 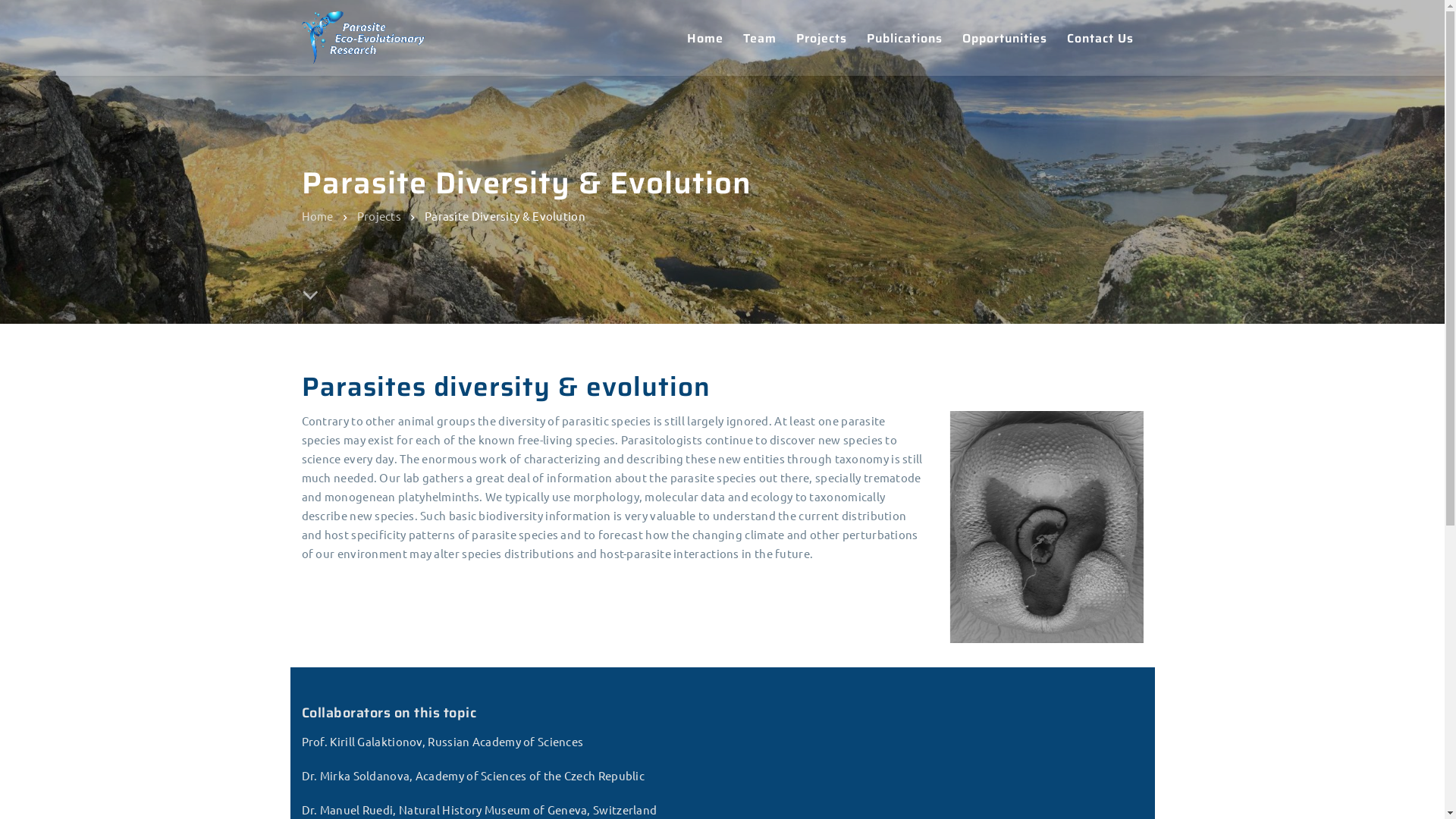 What do you see at coordinates (732, 37) in the screenshot?
I see `'Team'` at bounding box center [732, 37].